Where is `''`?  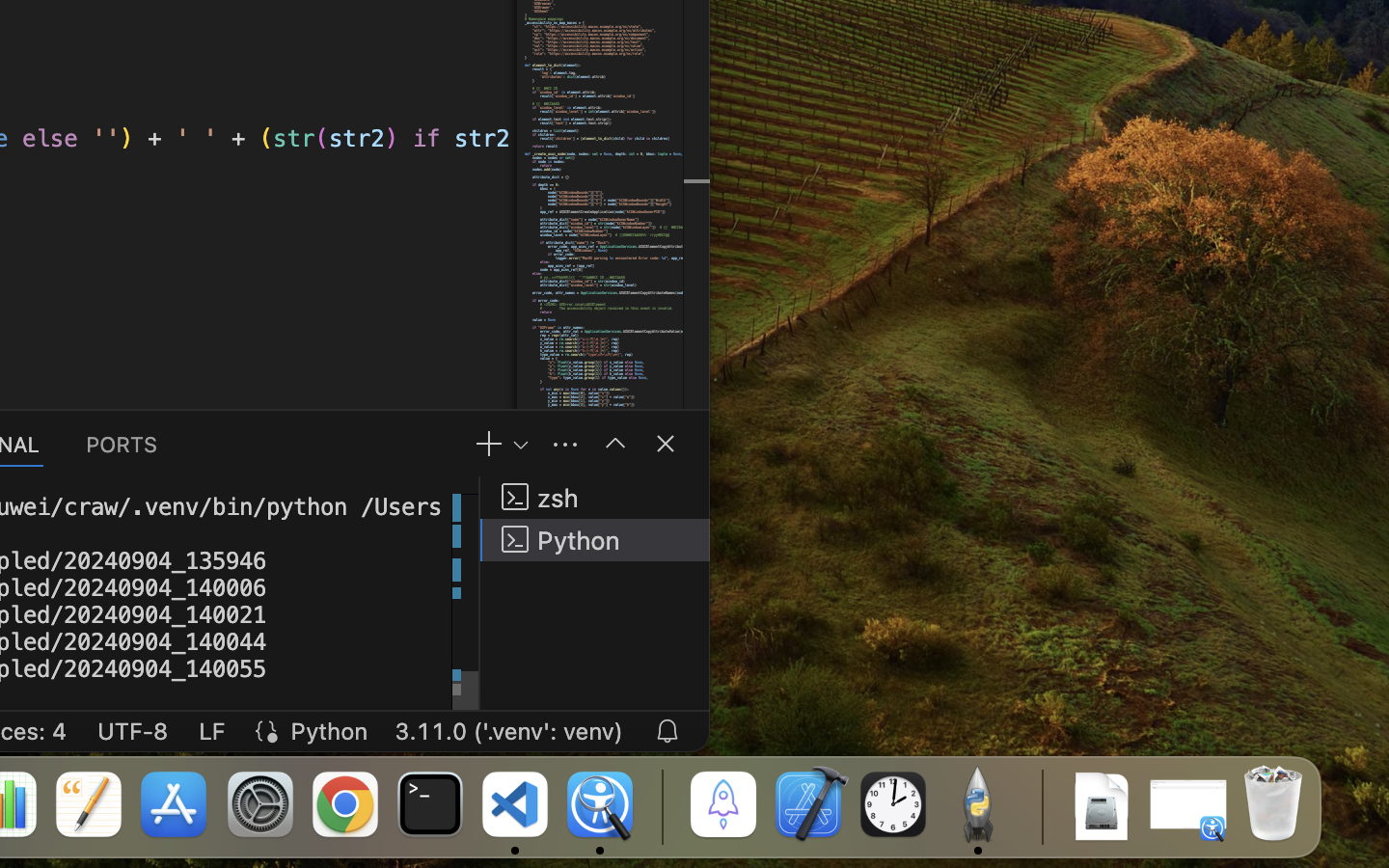
'' is located at coordinates (666, 442).